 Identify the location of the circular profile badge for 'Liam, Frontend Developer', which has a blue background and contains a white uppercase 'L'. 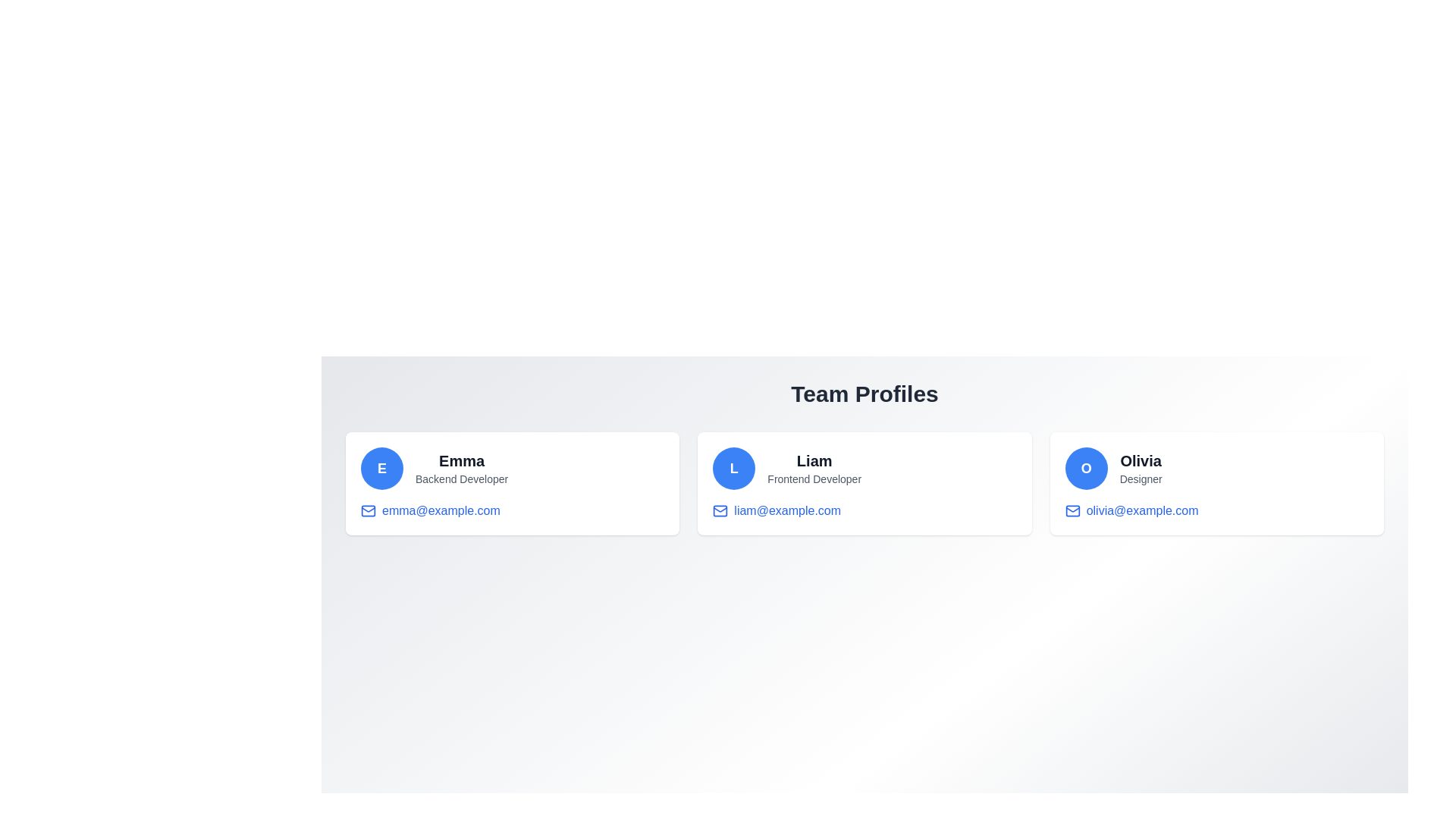
(734, 467).